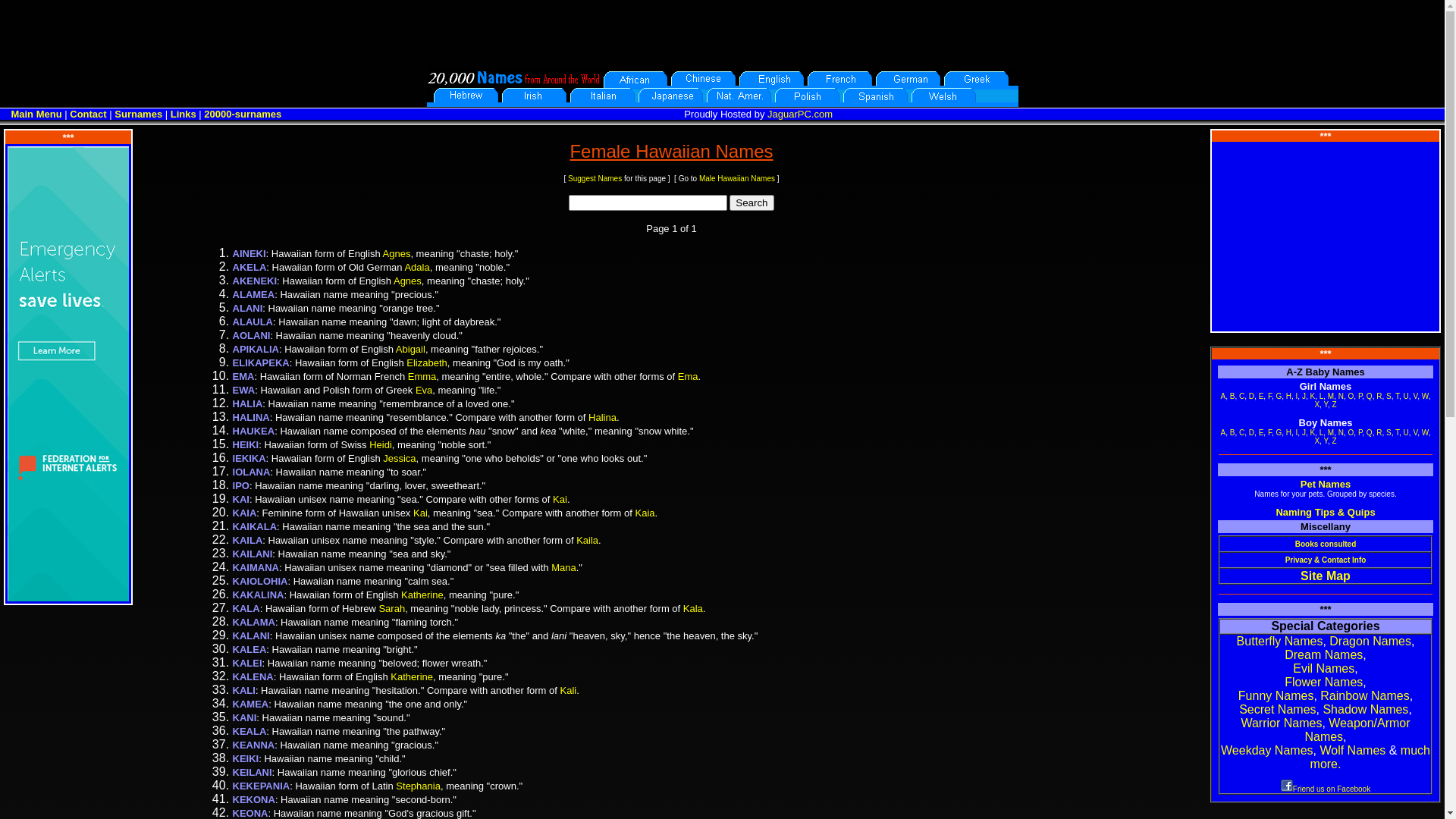 This screenshot has width=1456, height=819. I want to click on 'Katherine', so click(422, 594).